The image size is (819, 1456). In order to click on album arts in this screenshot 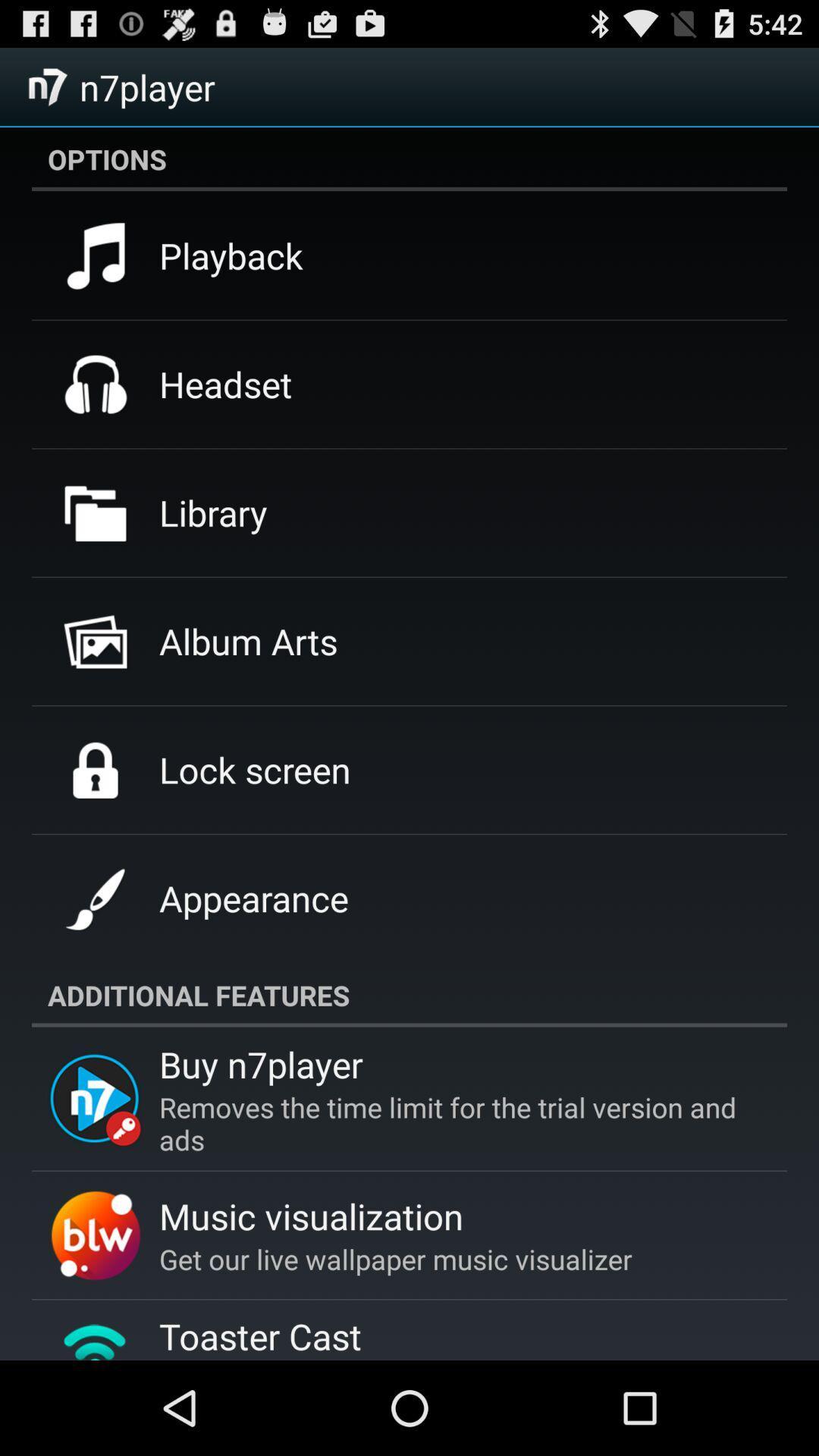, I will do `click(247, 641)`.